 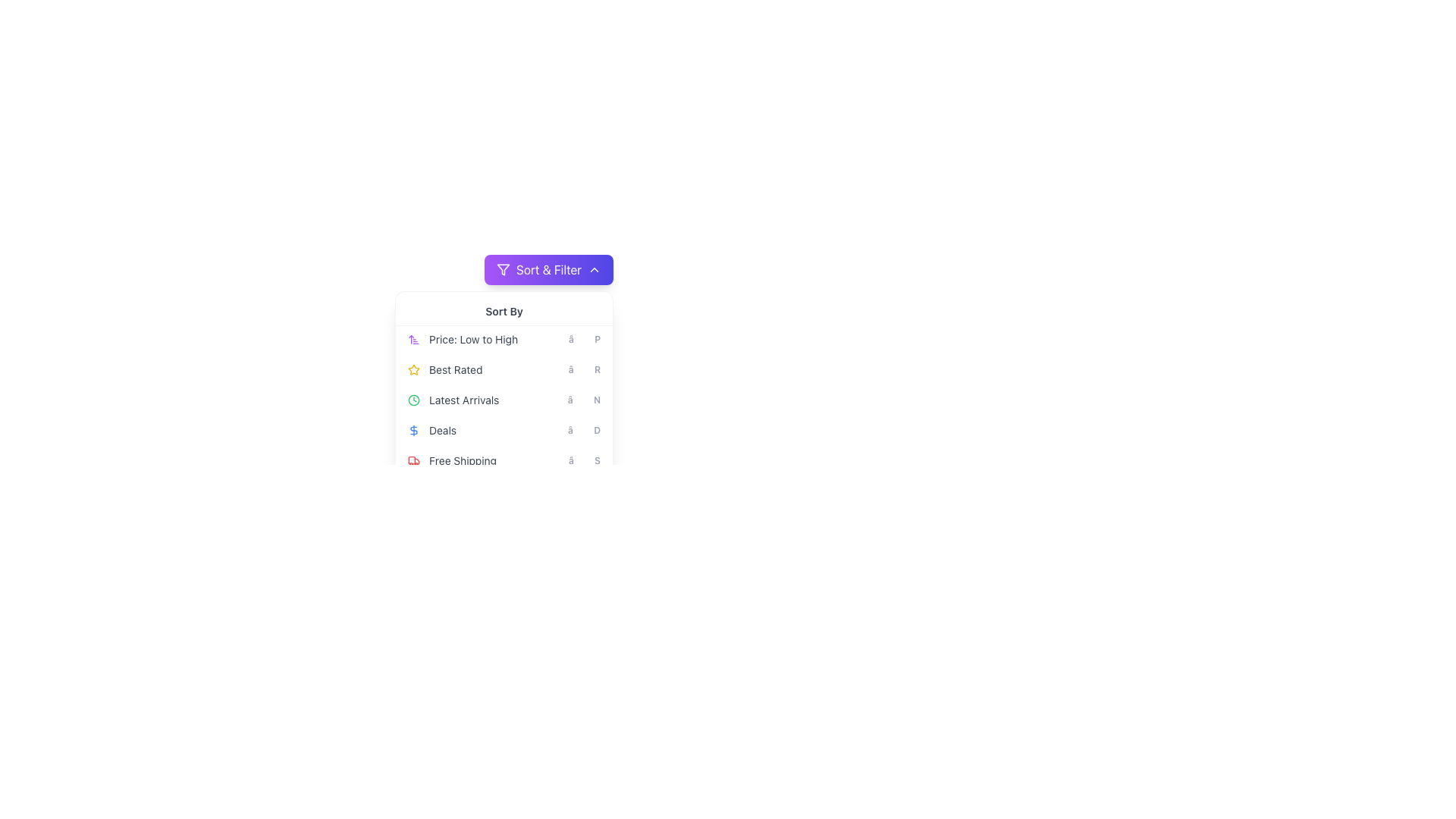 What do you see at coordinates (414, 369) in the screenshot?
I see `the star-shaped SVG icon that symbolizes a rating or favorite feature, prominently located next to the 'Best Rated' item in the list` at bounding box center [414, 369].